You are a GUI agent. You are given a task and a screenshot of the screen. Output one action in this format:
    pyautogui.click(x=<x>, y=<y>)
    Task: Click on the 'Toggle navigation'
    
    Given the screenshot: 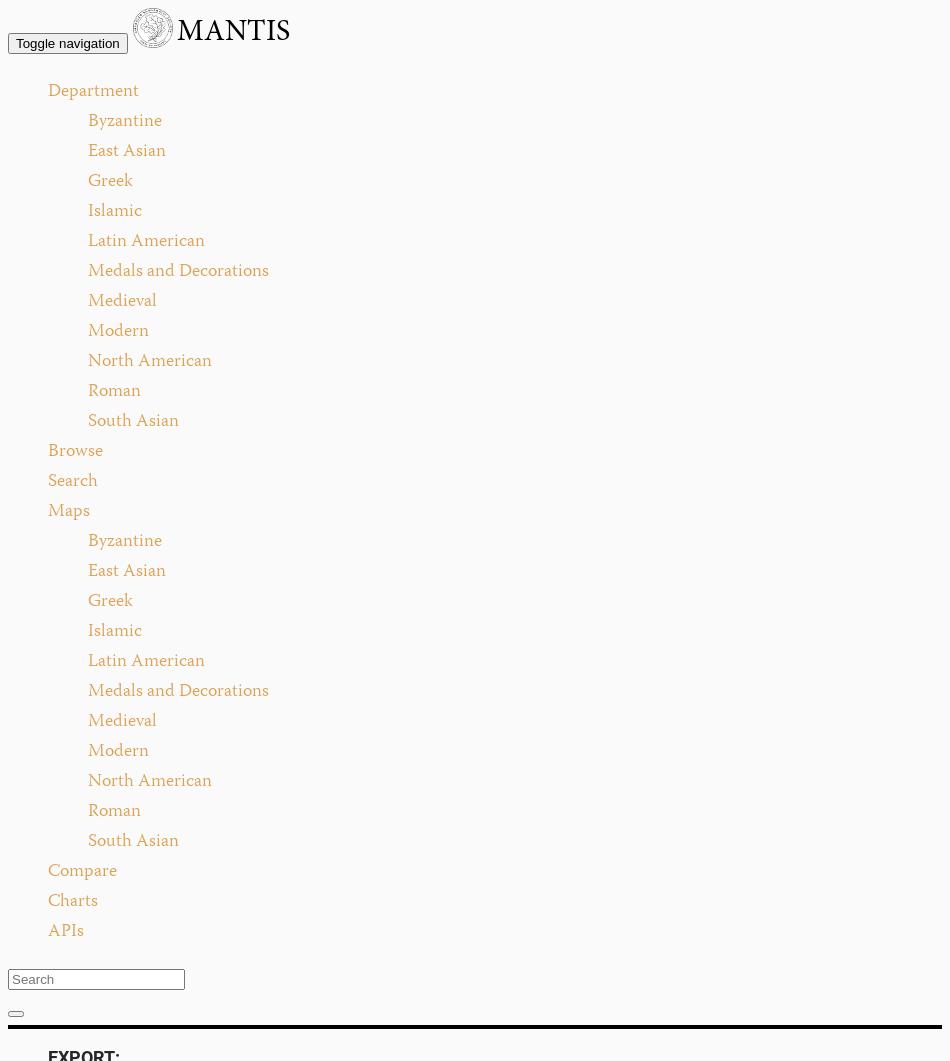 What is the action you would take?
    pyautogui.click(x=67, y=43)
    